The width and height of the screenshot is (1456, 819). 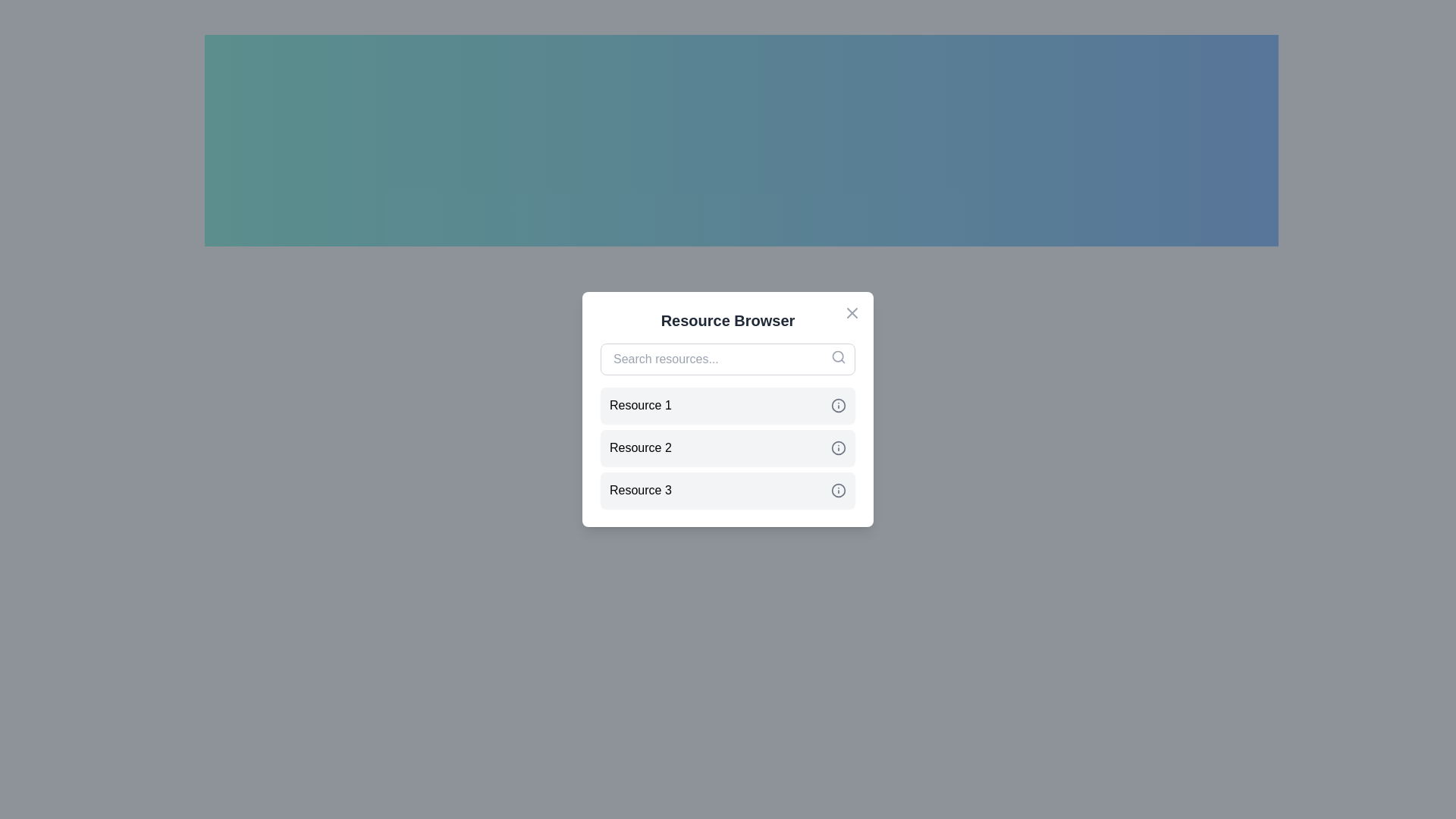 What do you see at coordinates (640, 491) in the screenshot?
I see `the text label 'Resource 3' which is located in the third row of the card layout, positioned to the left of a circular icon` at bounding box center [640, 491].